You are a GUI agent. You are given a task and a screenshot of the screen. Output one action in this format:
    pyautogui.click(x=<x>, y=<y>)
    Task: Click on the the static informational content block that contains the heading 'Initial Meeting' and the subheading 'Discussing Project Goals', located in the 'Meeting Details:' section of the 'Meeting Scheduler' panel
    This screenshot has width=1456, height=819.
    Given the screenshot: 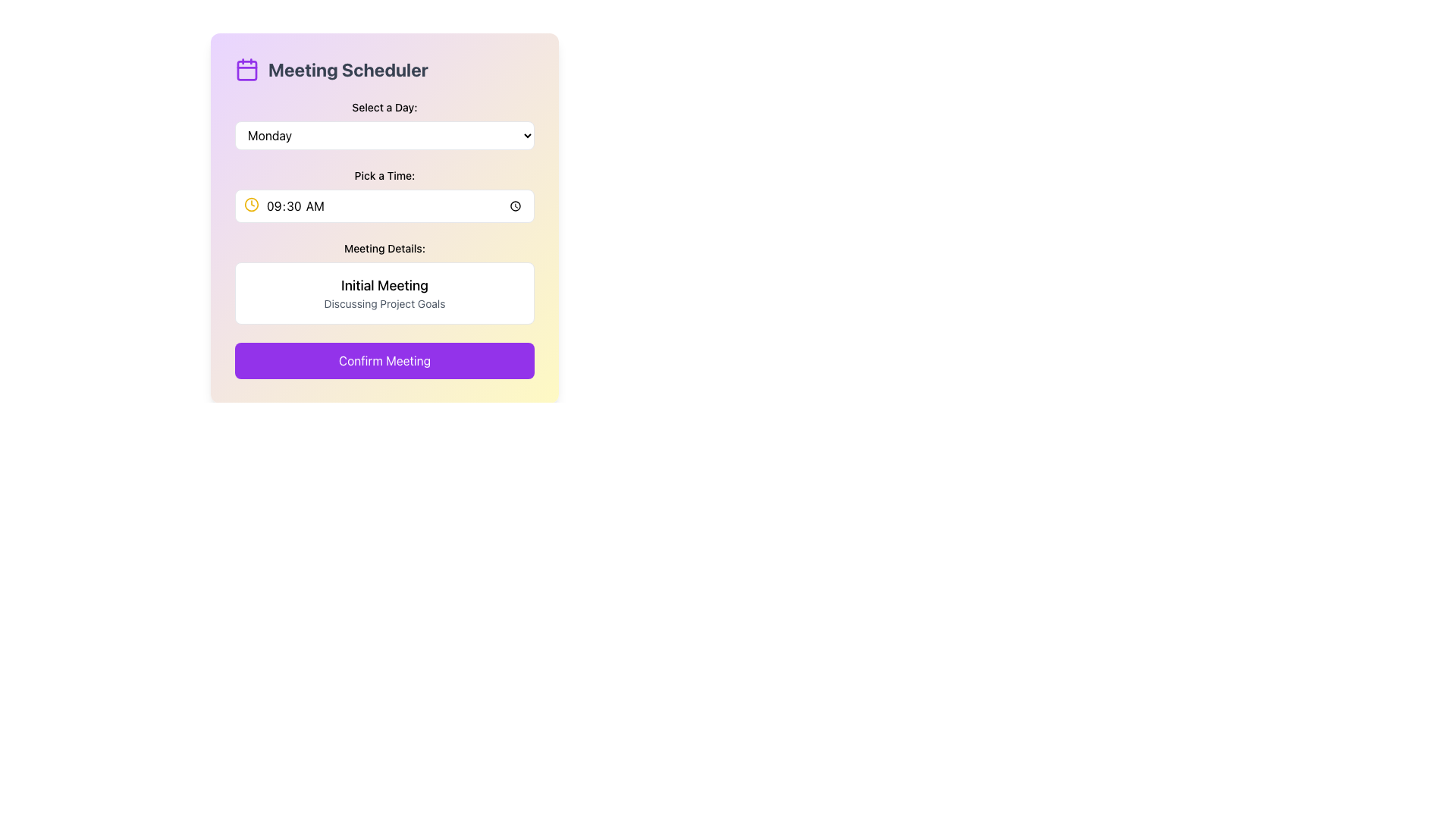 What is the action you would take?
    pyautogui.click(x=384, y=293)
    